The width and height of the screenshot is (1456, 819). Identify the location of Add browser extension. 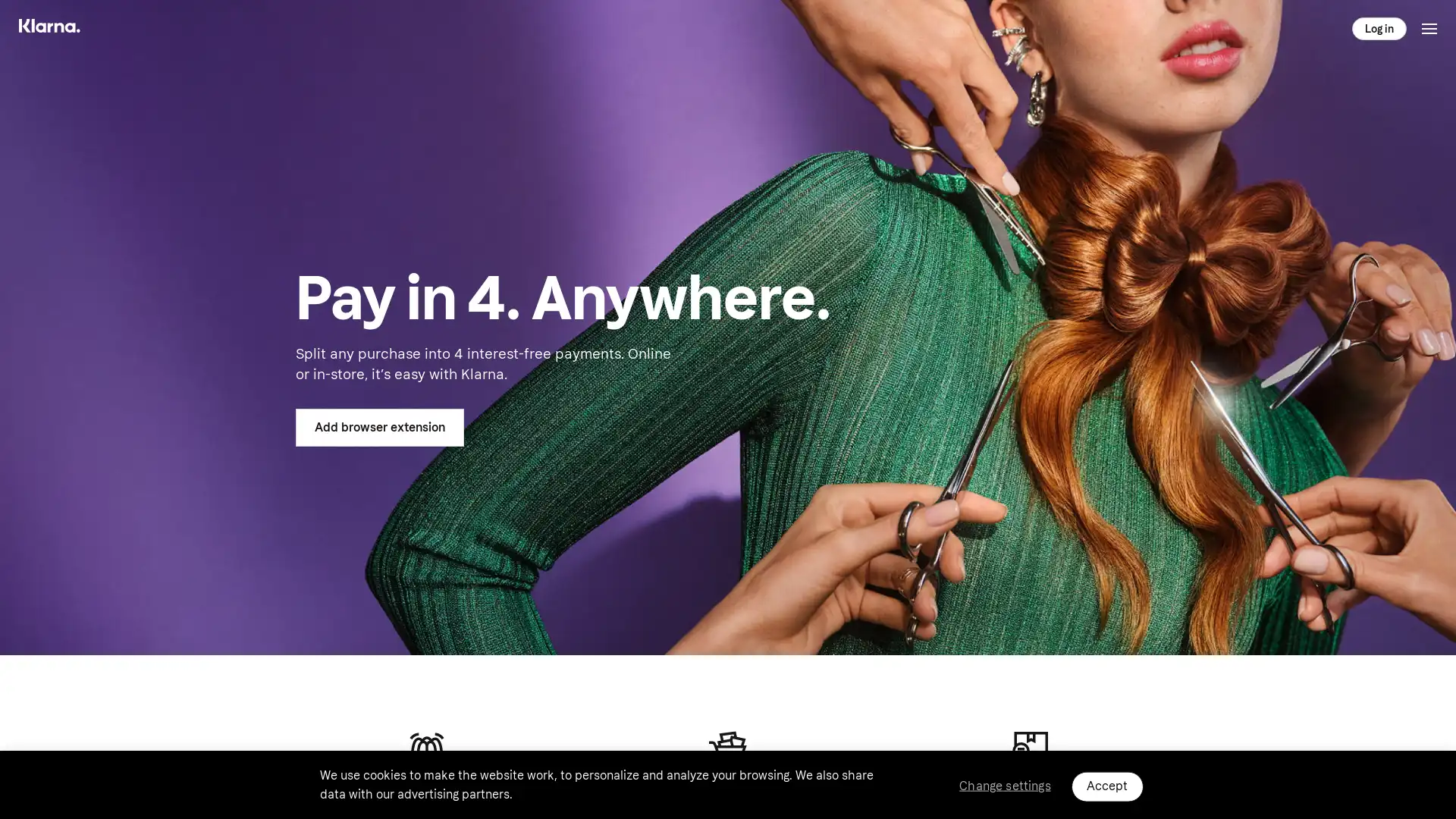
(379, 427).